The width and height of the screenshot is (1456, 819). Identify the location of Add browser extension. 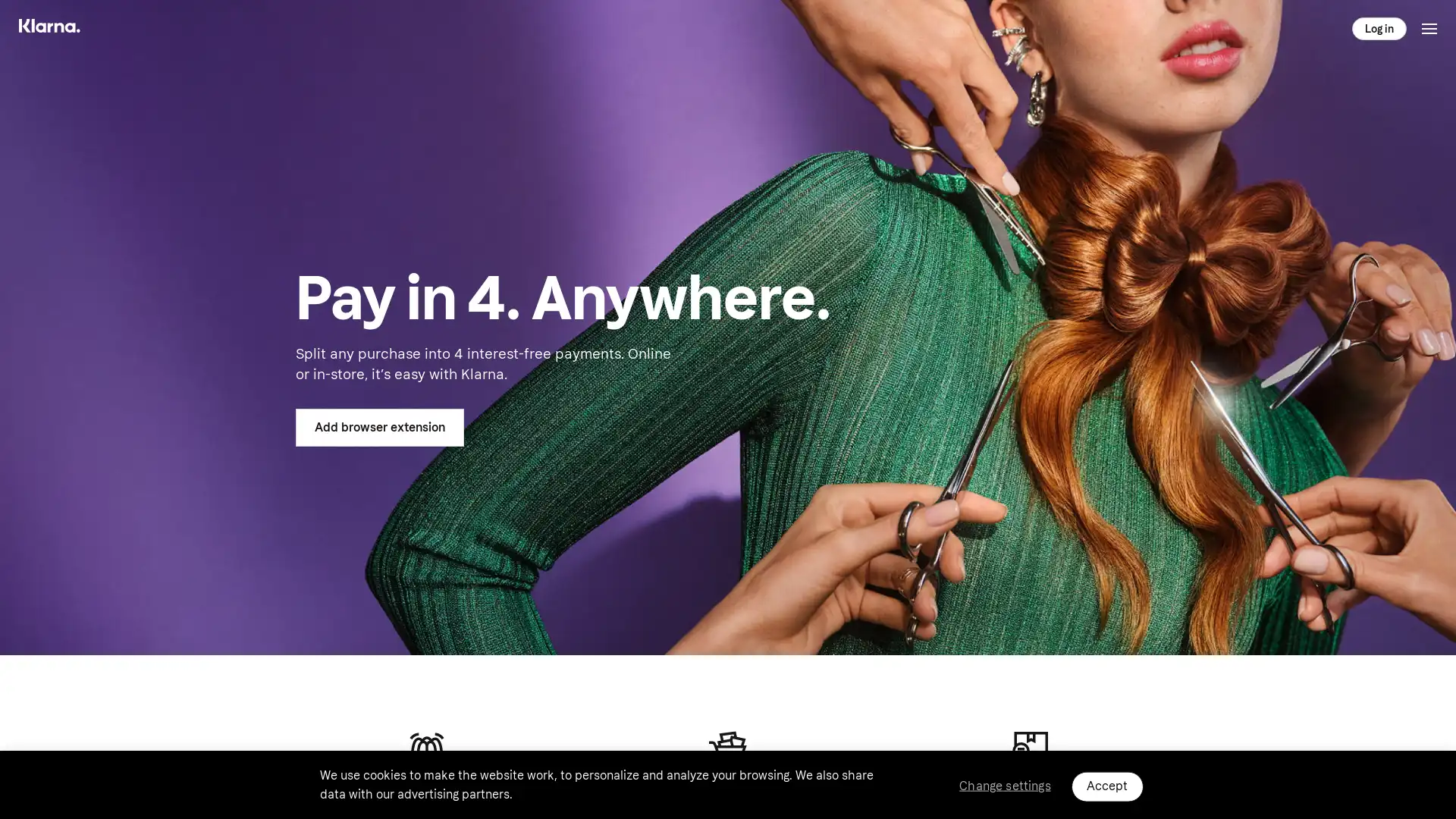
(379, 427).